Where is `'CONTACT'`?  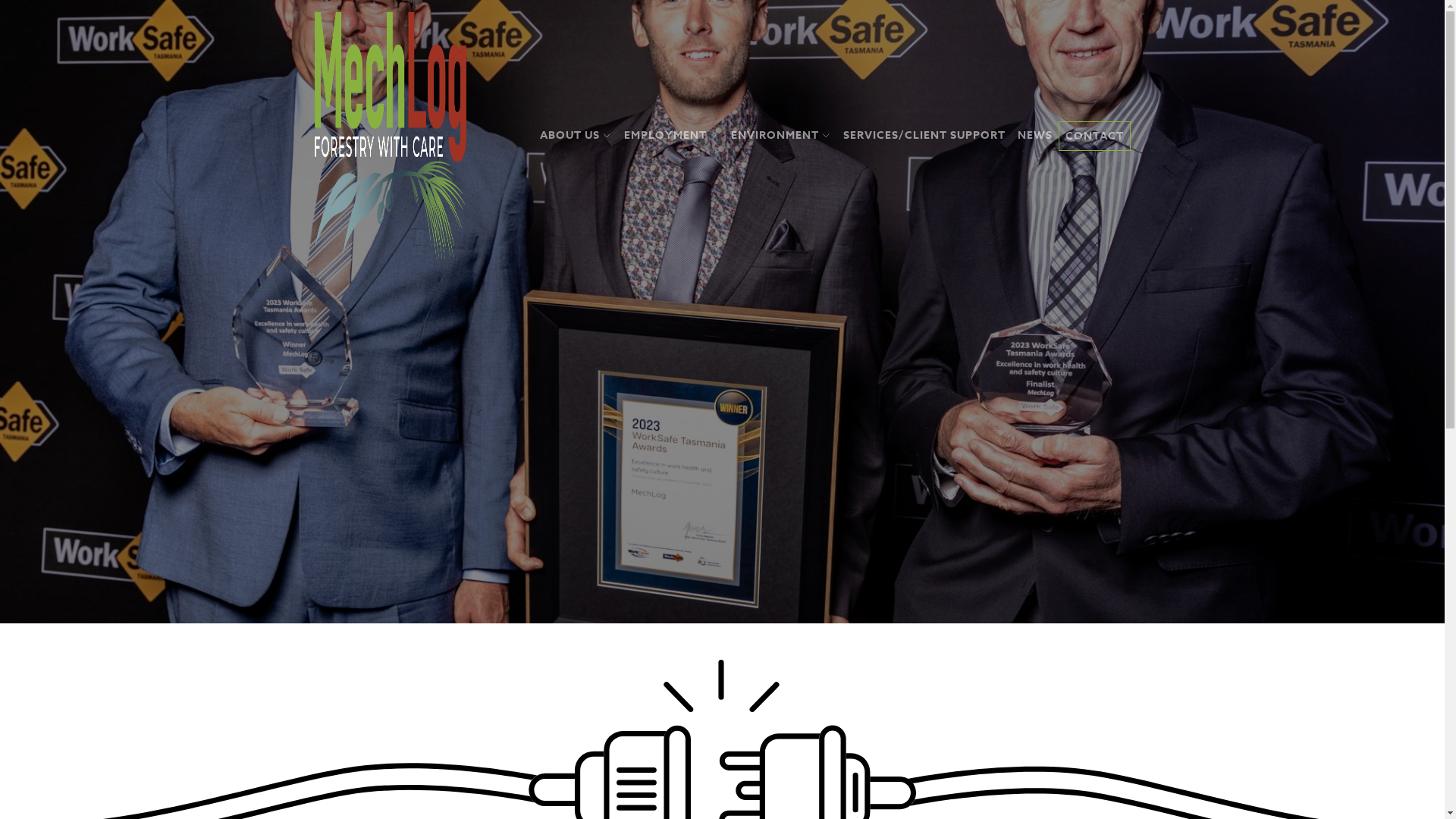
'CONTACT' is located at coordinates (1058, 135).